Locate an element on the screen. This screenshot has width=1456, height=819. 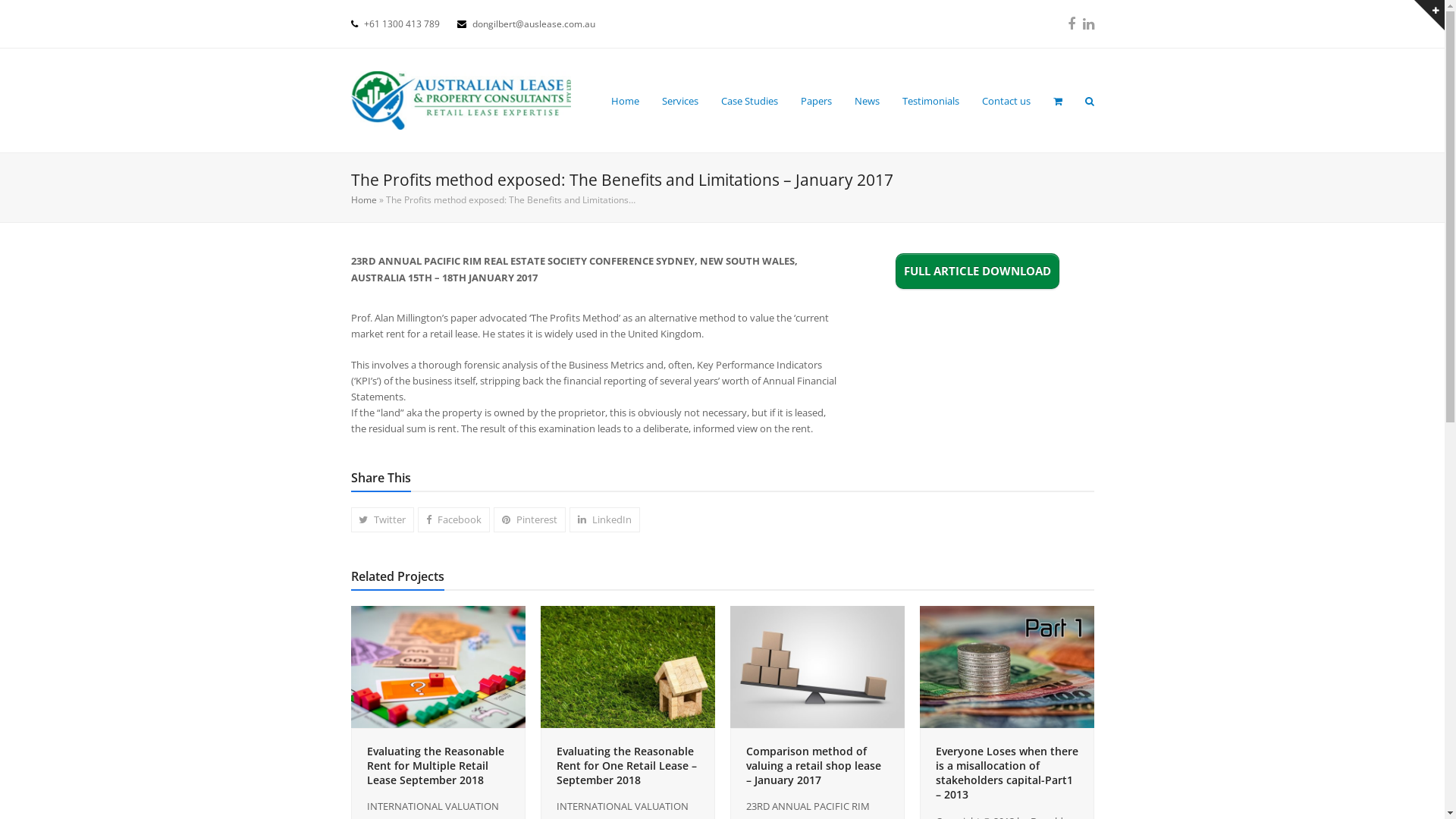
'Testimonials' is located at coordinates (929, 100).